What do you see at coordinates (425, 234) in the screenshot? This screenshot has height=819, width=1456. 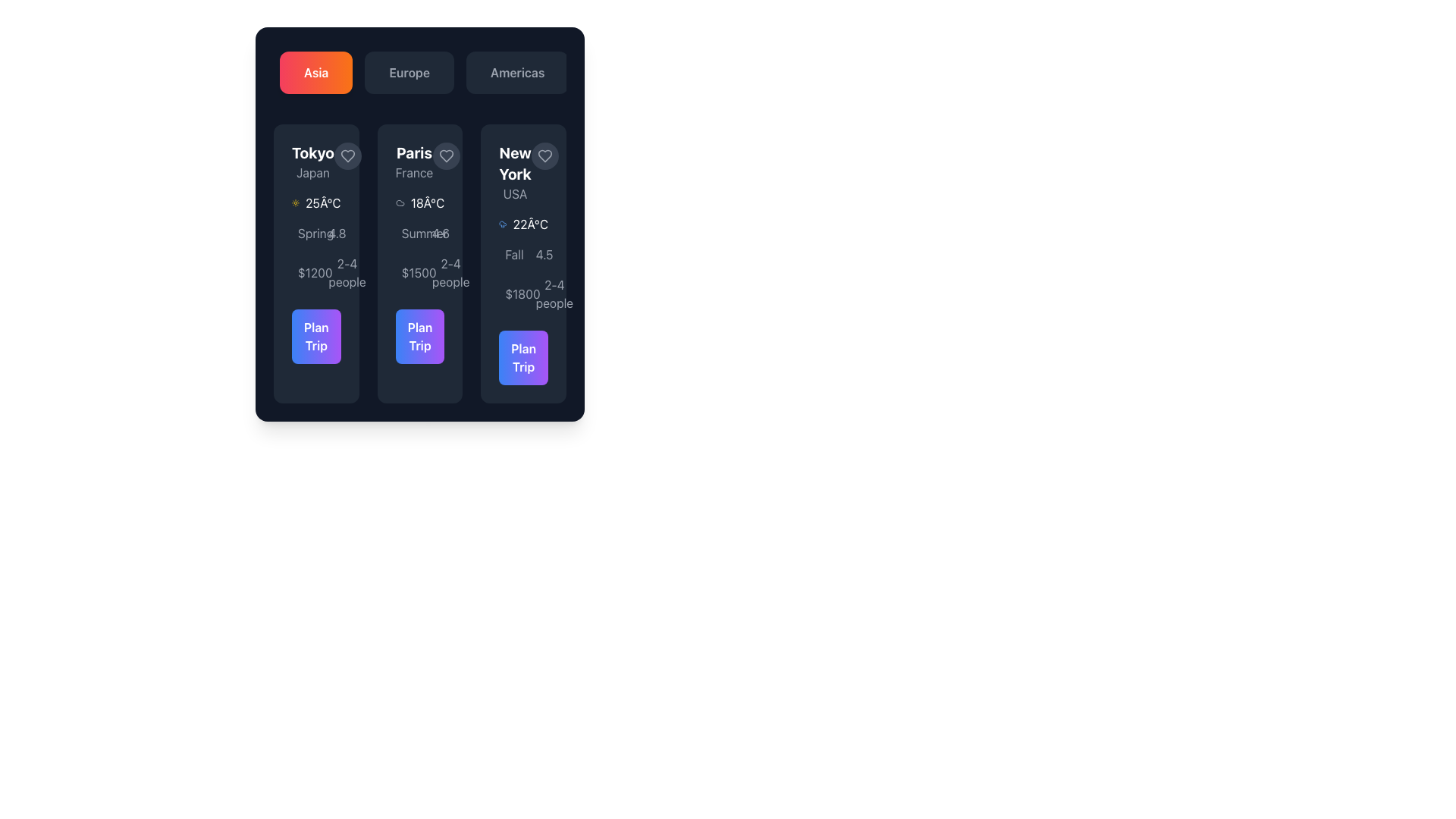 I see `the text label that reads 'Summer', which is centrally aligned within the second card of a horizontally aligned group, positioned below the temperature information ('18°C') and above the pricing information ('$1500')` at bounding box center [425, 234].